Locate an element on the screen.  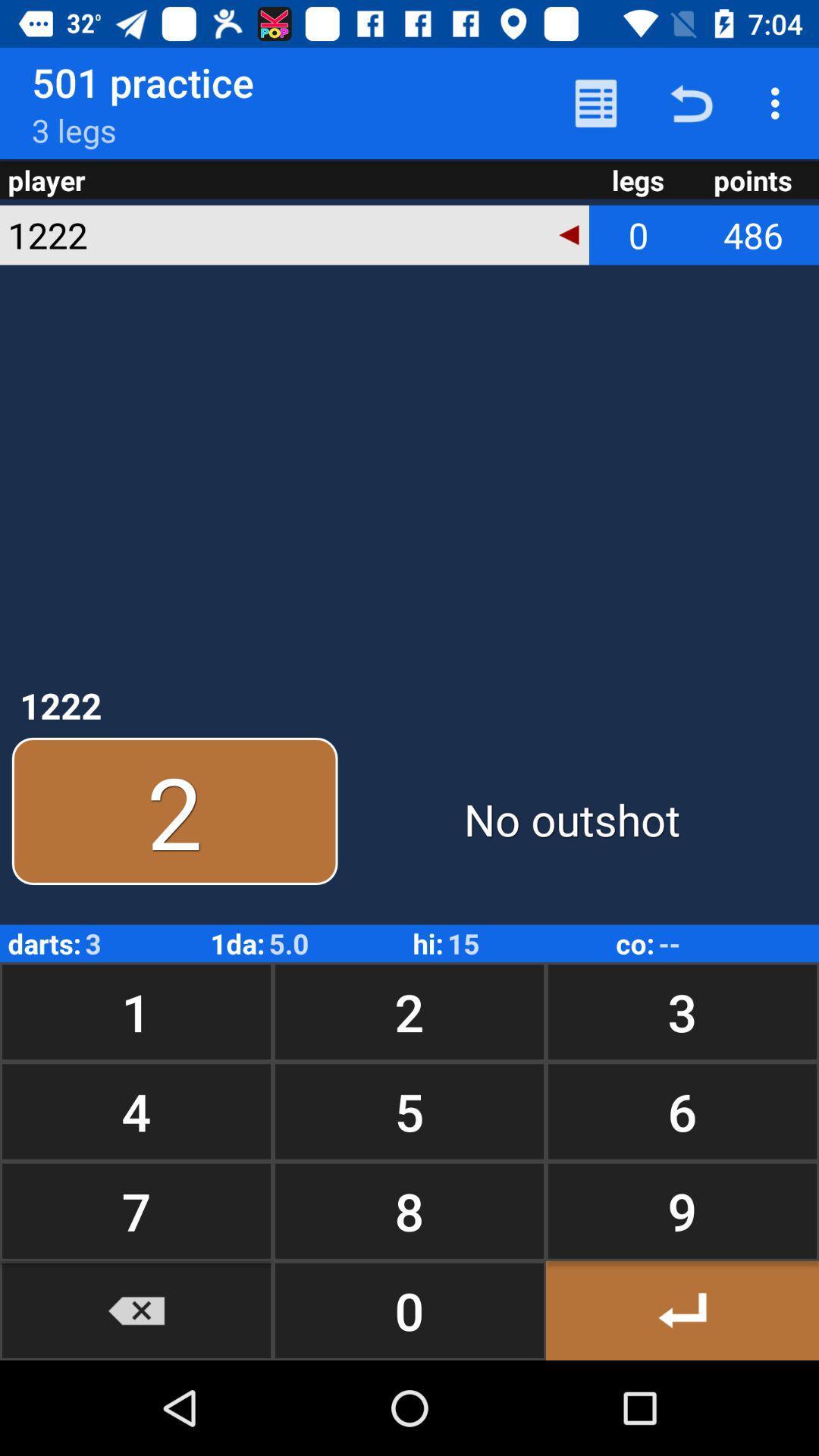
enter is located at coordinates (681, 1310).